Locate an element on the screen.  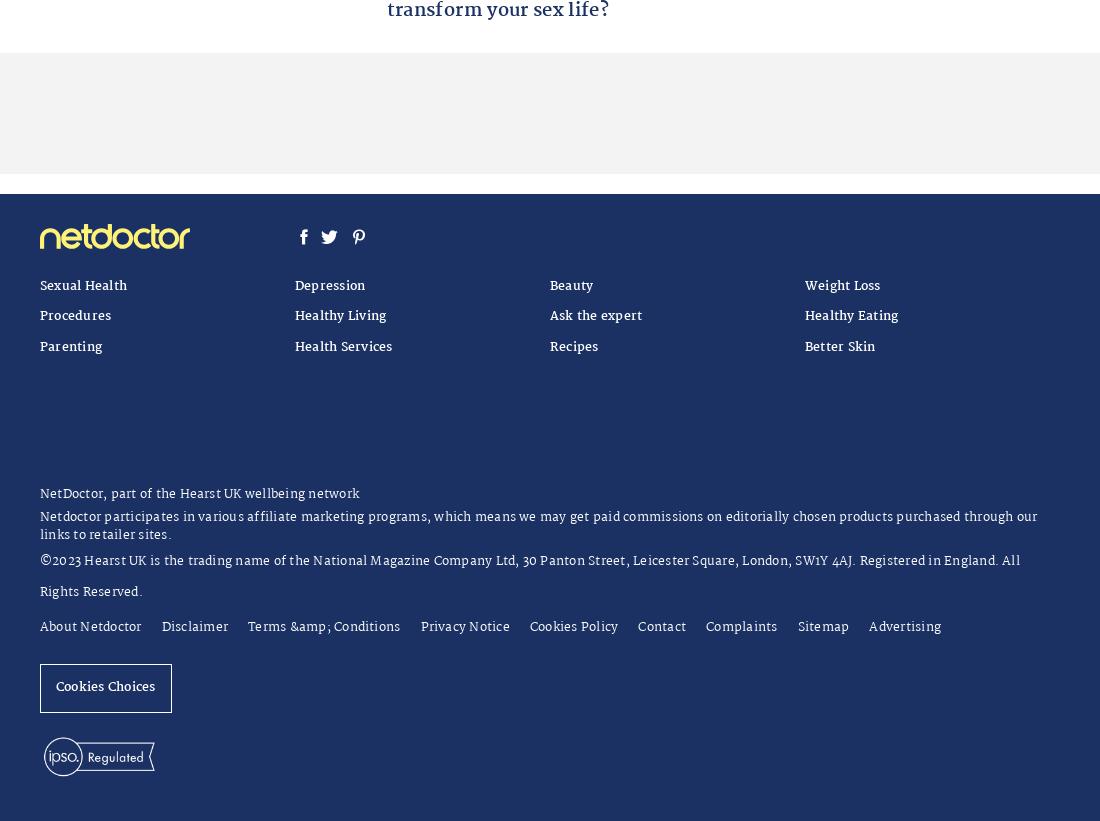
'Weight Loss' is located at coordinates (841, 284).